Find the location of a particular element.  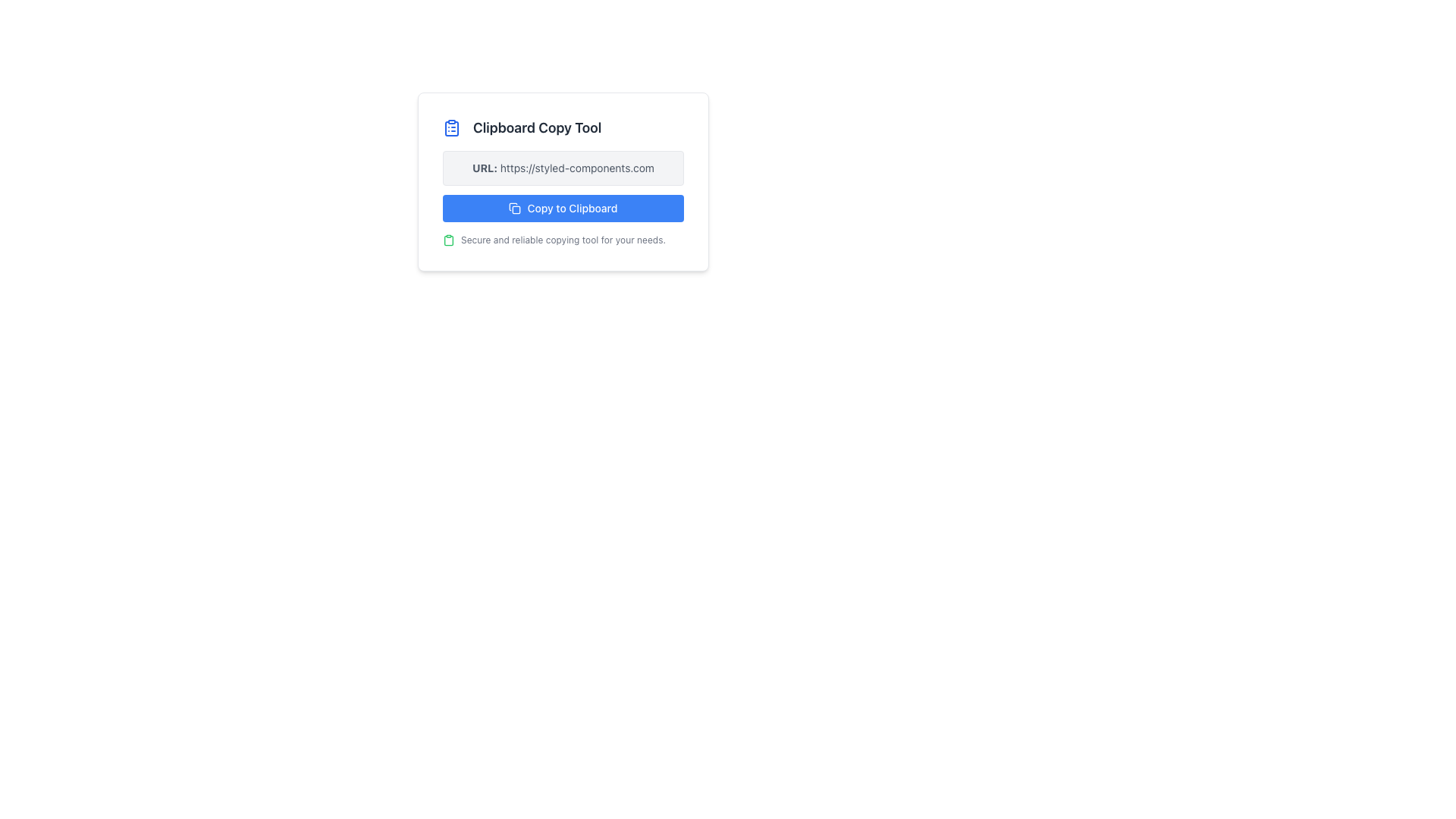

the clipboard icon, which is green and represents a copying or securing action is located at coordinates (447, 239).